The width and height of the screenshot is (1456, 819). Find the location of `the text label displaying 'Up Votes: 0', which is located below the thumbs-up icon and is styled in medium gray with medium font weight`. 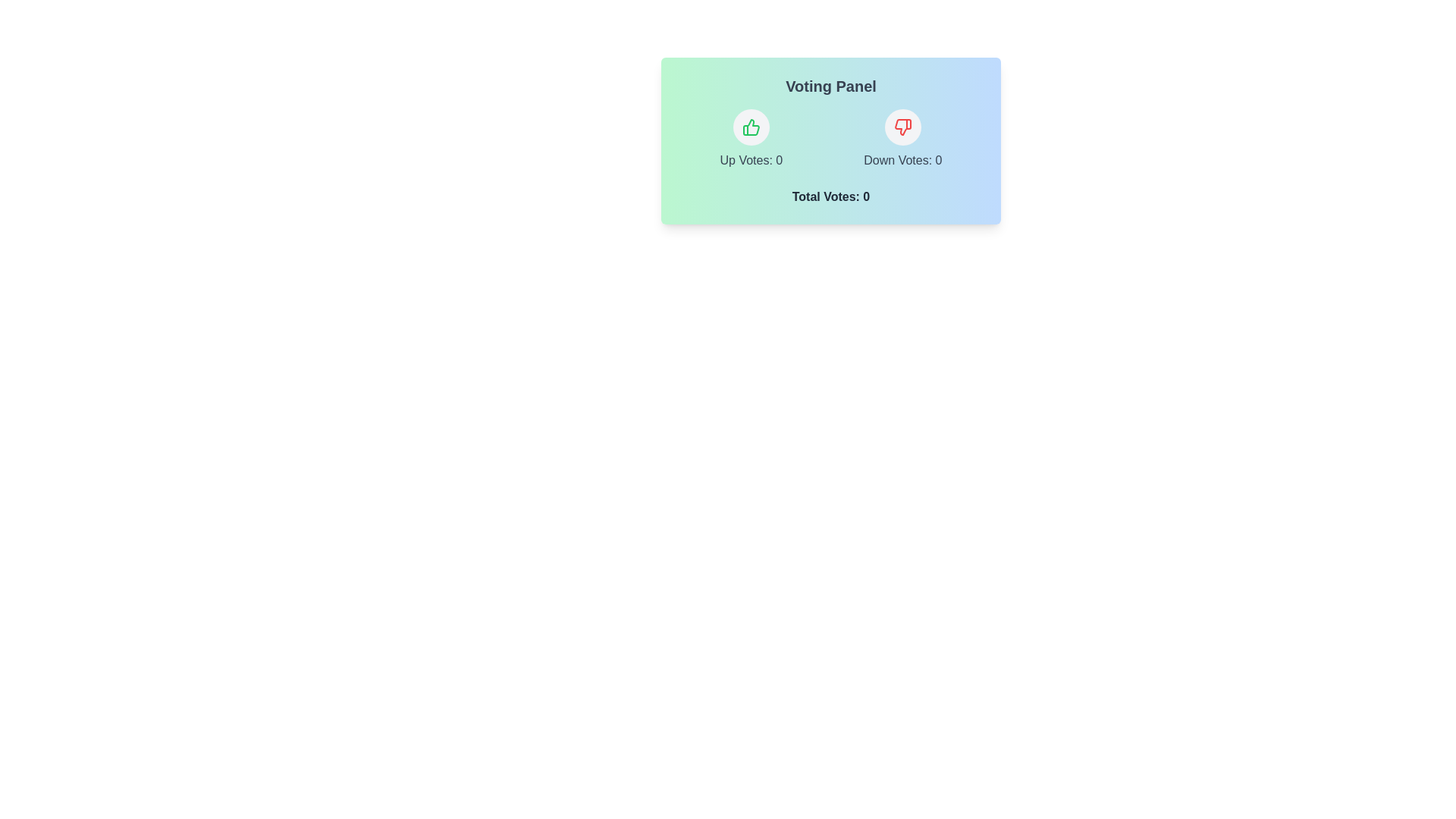

the text label displaying 'Up Votes: 0', which is located below the thumbs-up icon and is styled in medium gray with medium font weight is located at coordinates (751, 161).